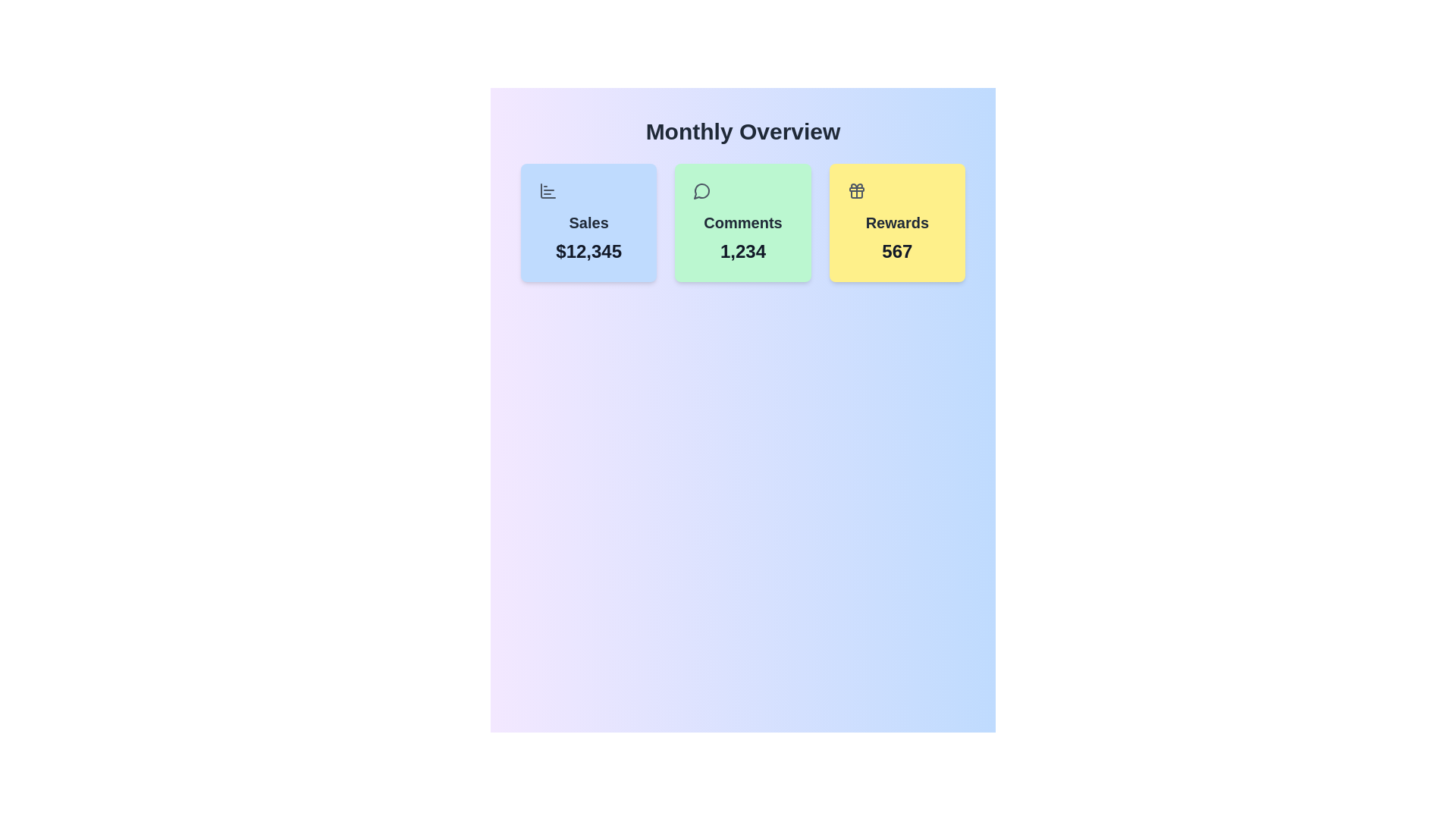 The image size is (1456, 819). I want to click on the 'Sales' text label, which indicates the monetary value '$12,345' below it, located in the leftmost section of a three-section layout, so click(588, 222).